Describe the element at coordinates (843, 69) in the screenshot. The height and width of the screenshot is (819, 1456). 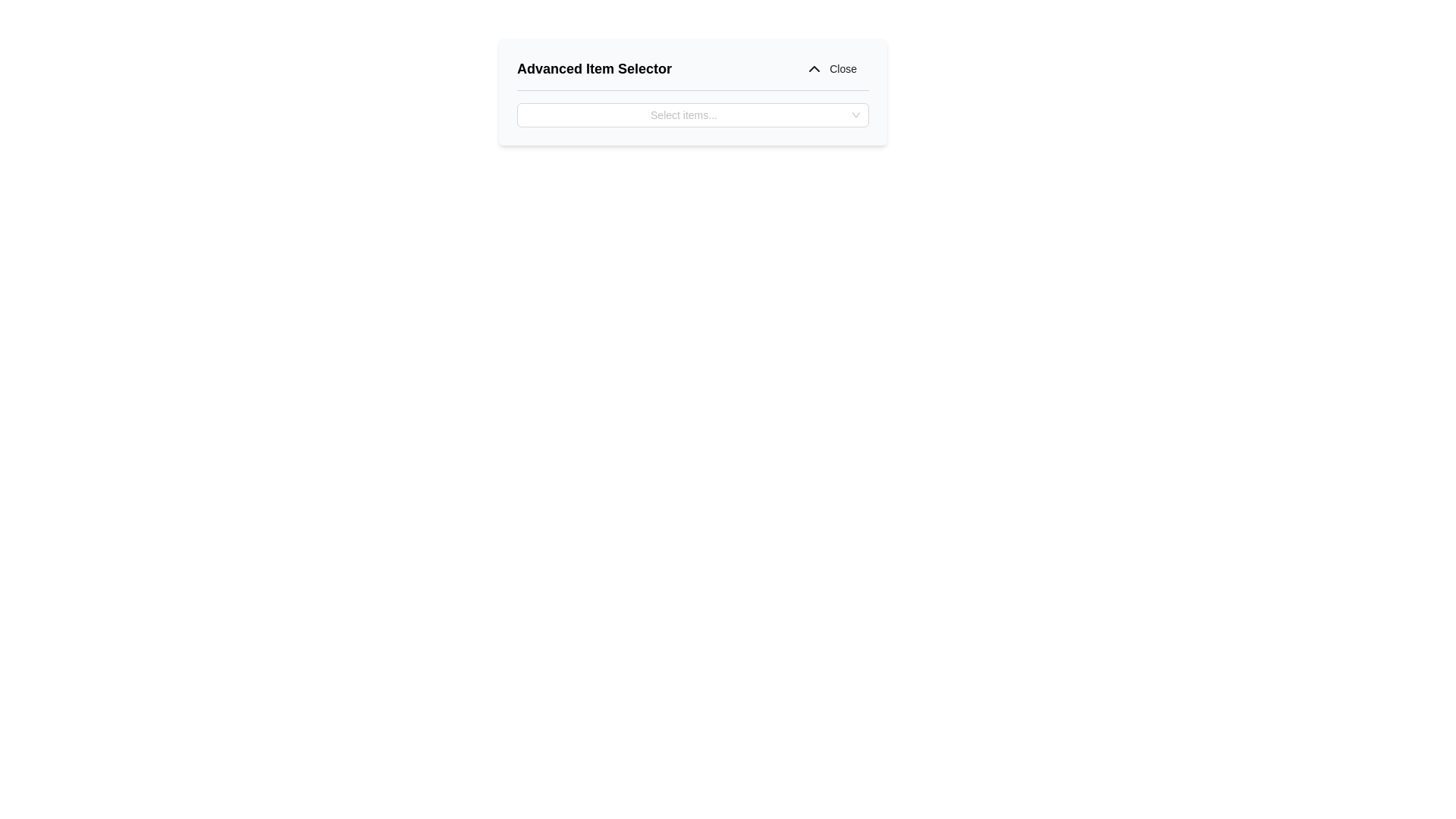
I see `the close button labeled within the 'Advanced Item Selector' interface for keyboard navigation` at that location.